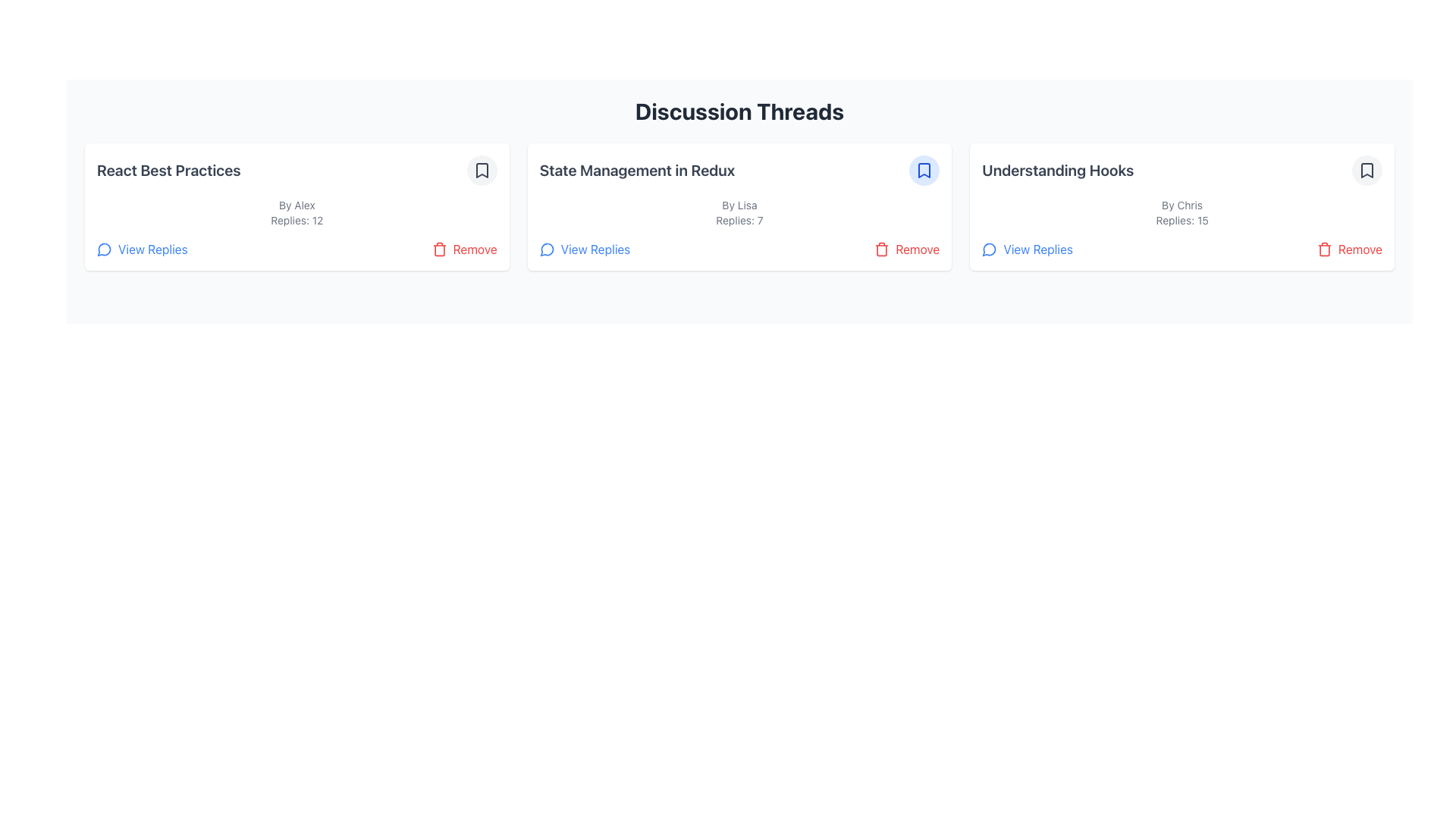 The width and height of the screenshot is (1456, 819). I want to click on the 'Remove' button in the options bar of the 'Understanding Hooks' discussion thread, so click(1350, 248).